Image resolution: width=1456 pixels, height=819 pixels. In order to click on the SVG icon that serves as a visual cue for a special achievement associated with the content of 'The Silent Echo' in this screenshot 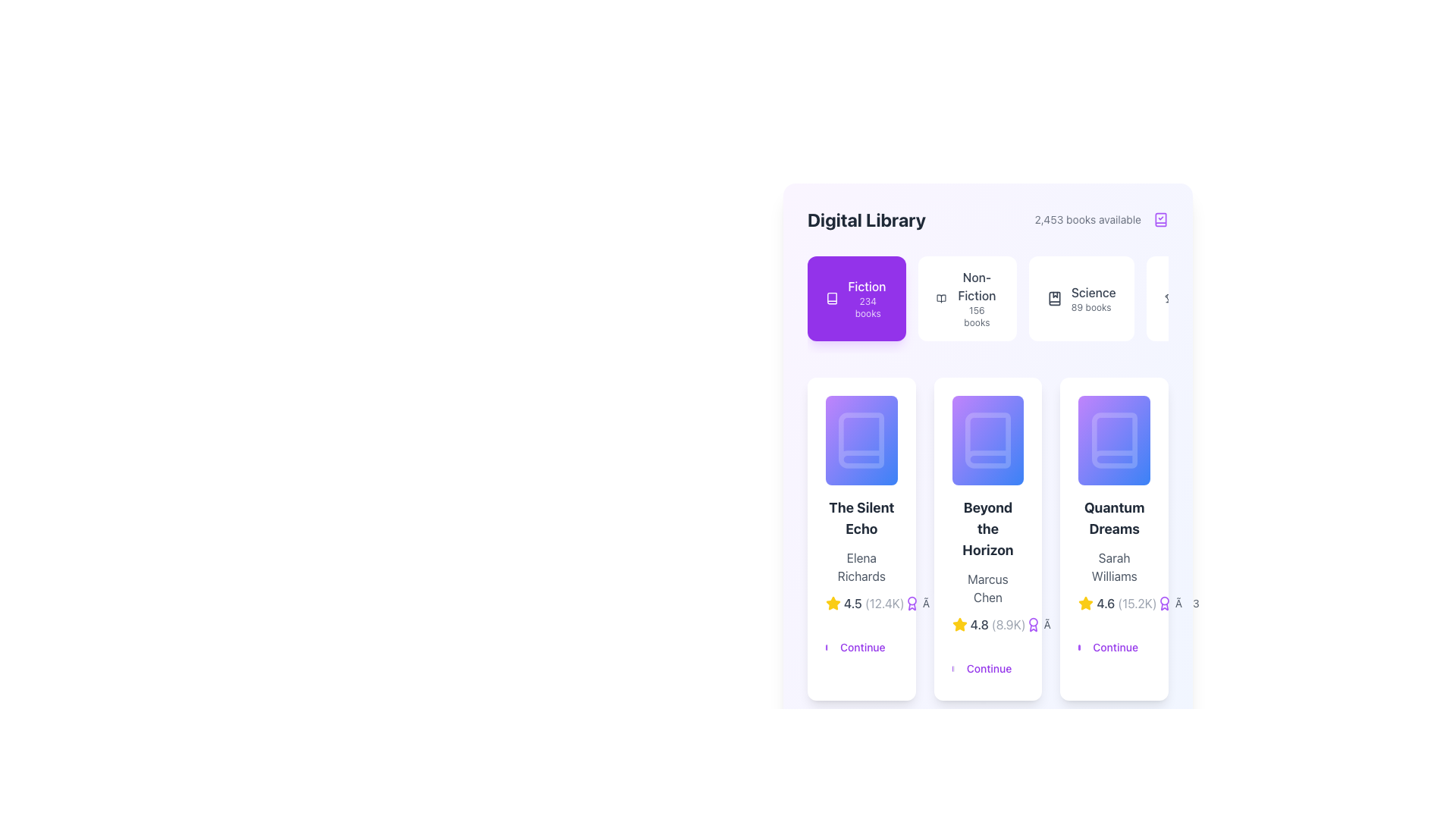, I will do `click(911, 603)`.